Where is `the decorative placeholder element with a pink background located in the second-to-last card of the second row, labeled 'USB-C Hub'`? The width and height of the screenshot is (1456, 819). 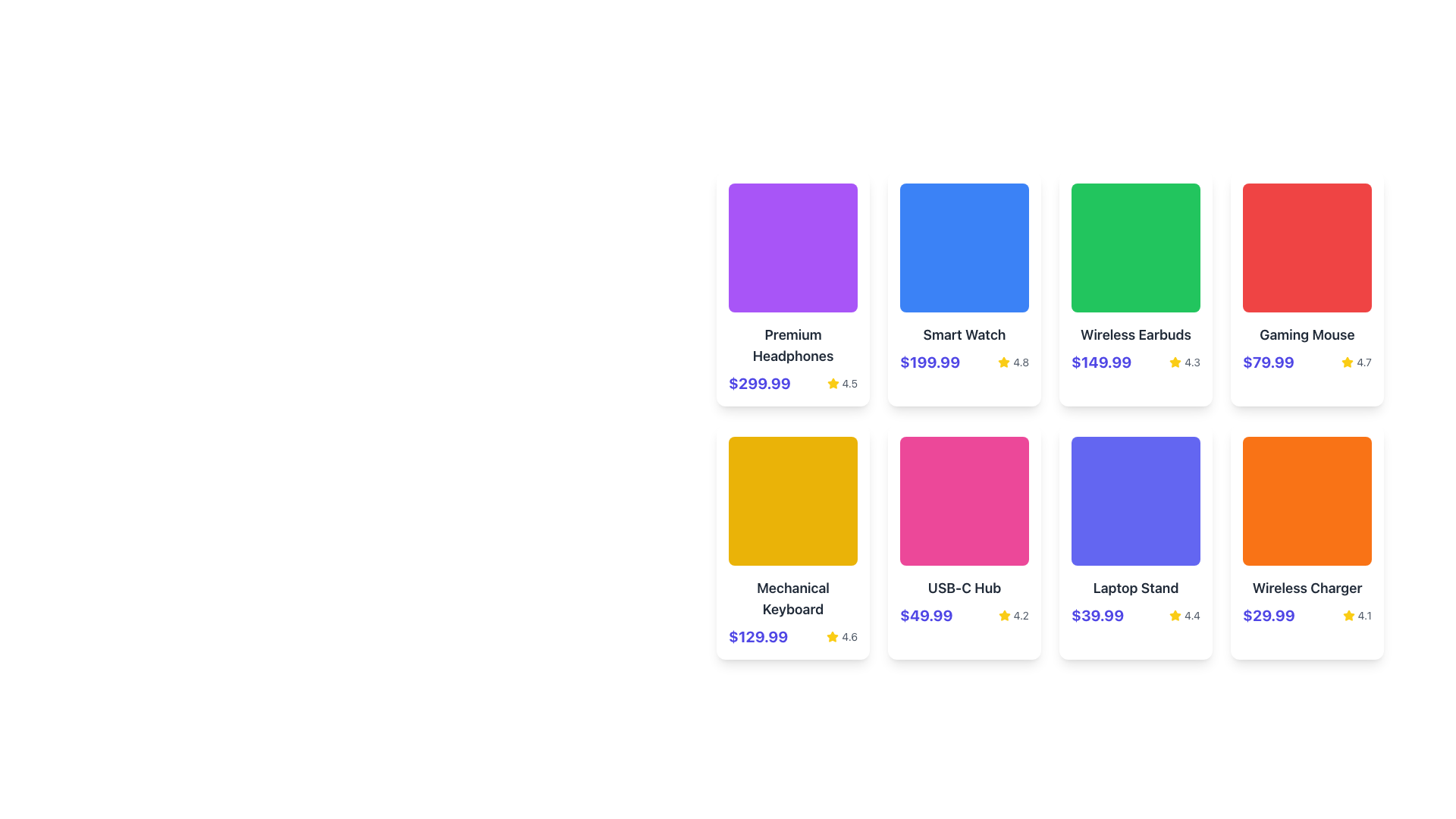
the decorative placeholder element with a pink background located in the second-to-last card of the second row, labeled 'USB-C Hub' is located at coordinates (964, 500).